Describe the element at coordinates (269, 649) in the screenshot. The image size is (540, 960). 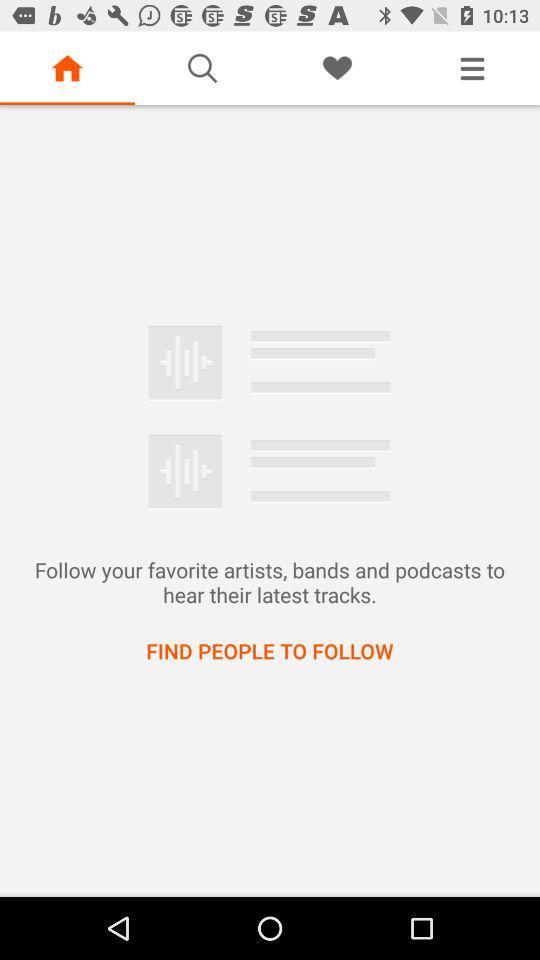
I see `the icon below the follow your favorite item` at that location.